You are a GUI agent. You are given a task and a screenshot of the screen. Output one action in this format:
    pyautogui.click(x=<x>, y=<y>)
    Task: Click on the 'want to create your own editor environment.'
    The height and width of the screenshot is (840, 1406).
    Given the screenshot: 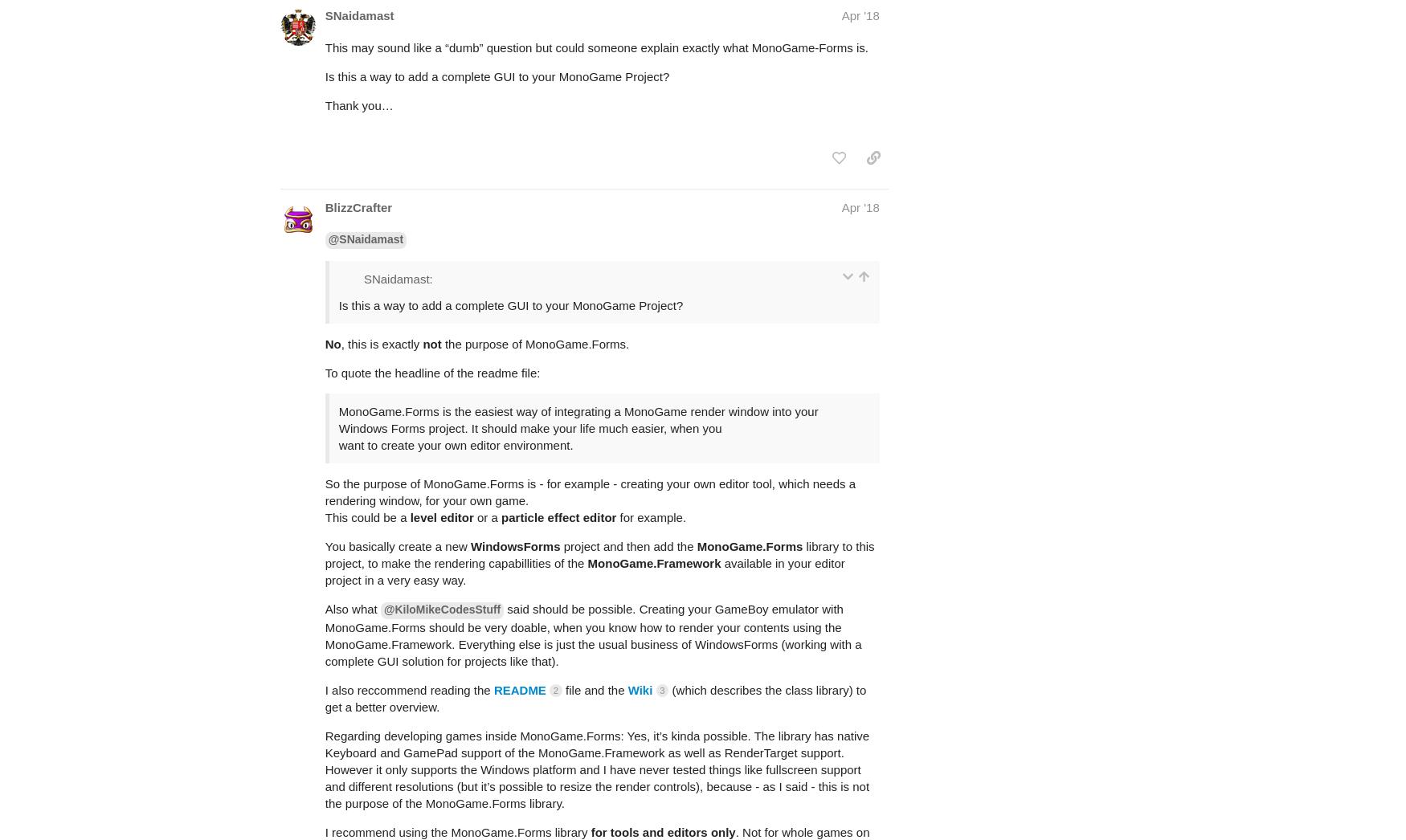 What is the action you would take?
    pyautogui.click(x=456, y=381)
    